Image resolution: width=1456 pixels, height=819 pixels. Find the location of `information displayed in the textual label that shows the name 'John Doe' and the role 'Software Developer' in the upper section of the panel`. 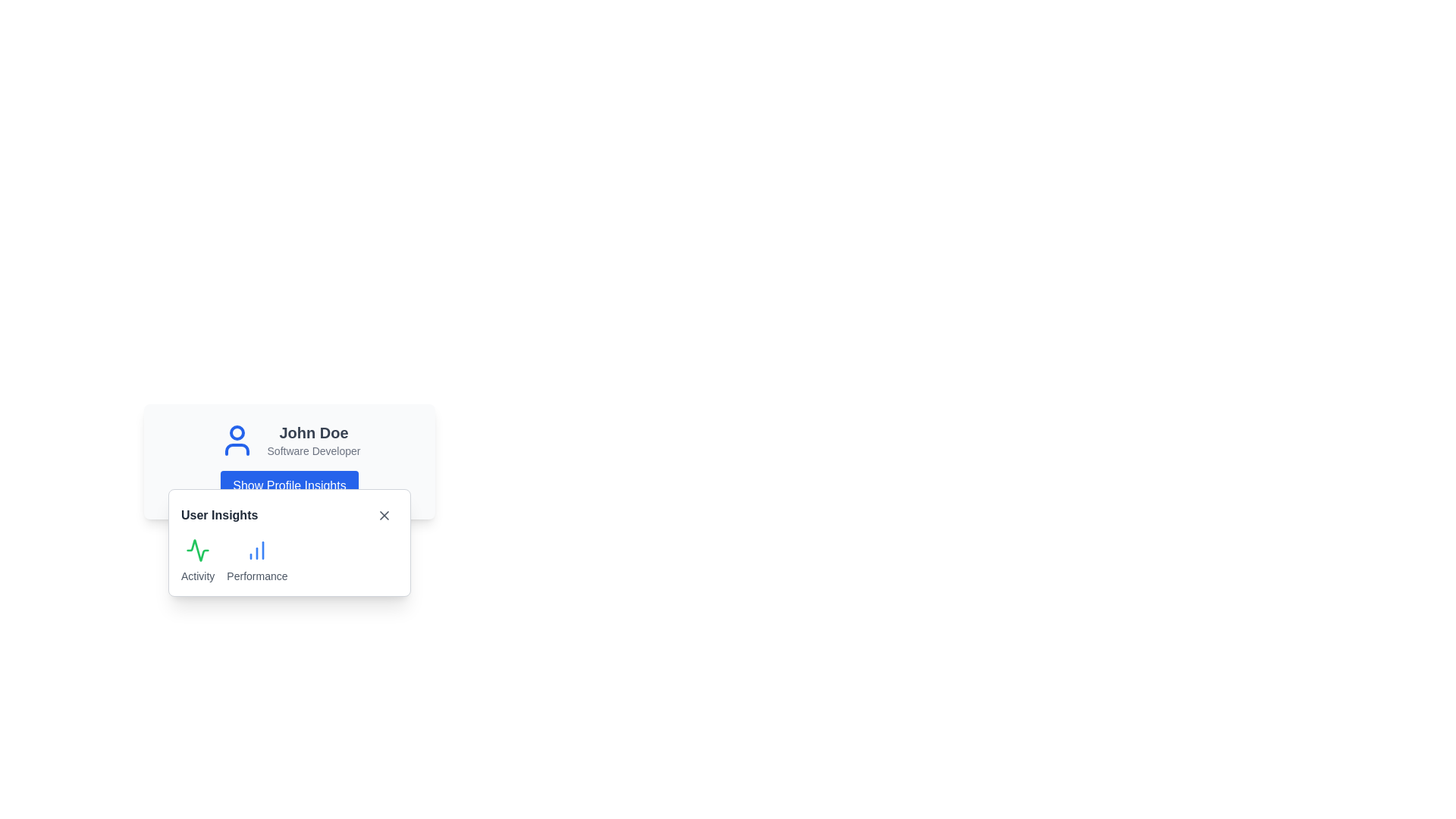

information displayed in the textual label that shows the name 'John Doe' and the role 'Software Developer' in the upper section of the panel is located at coordinates (312, 441).